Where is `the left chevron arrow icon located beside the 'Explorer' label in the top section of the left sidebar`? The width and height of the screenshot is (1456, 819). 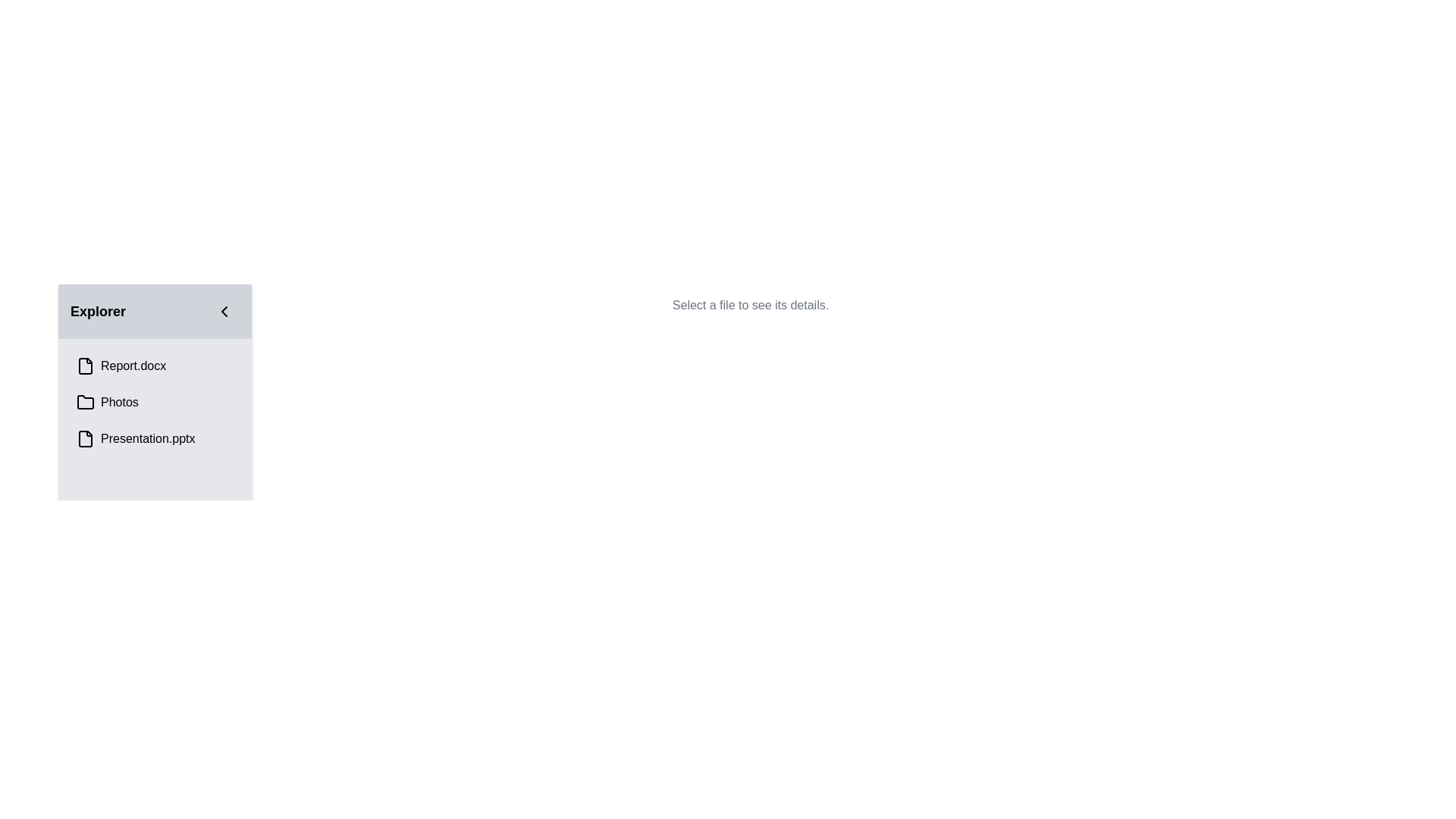
the left chevron arrow icon located beside the 'Explorer' label in the top section of the left sidebar is located at coordinates (224, 311).